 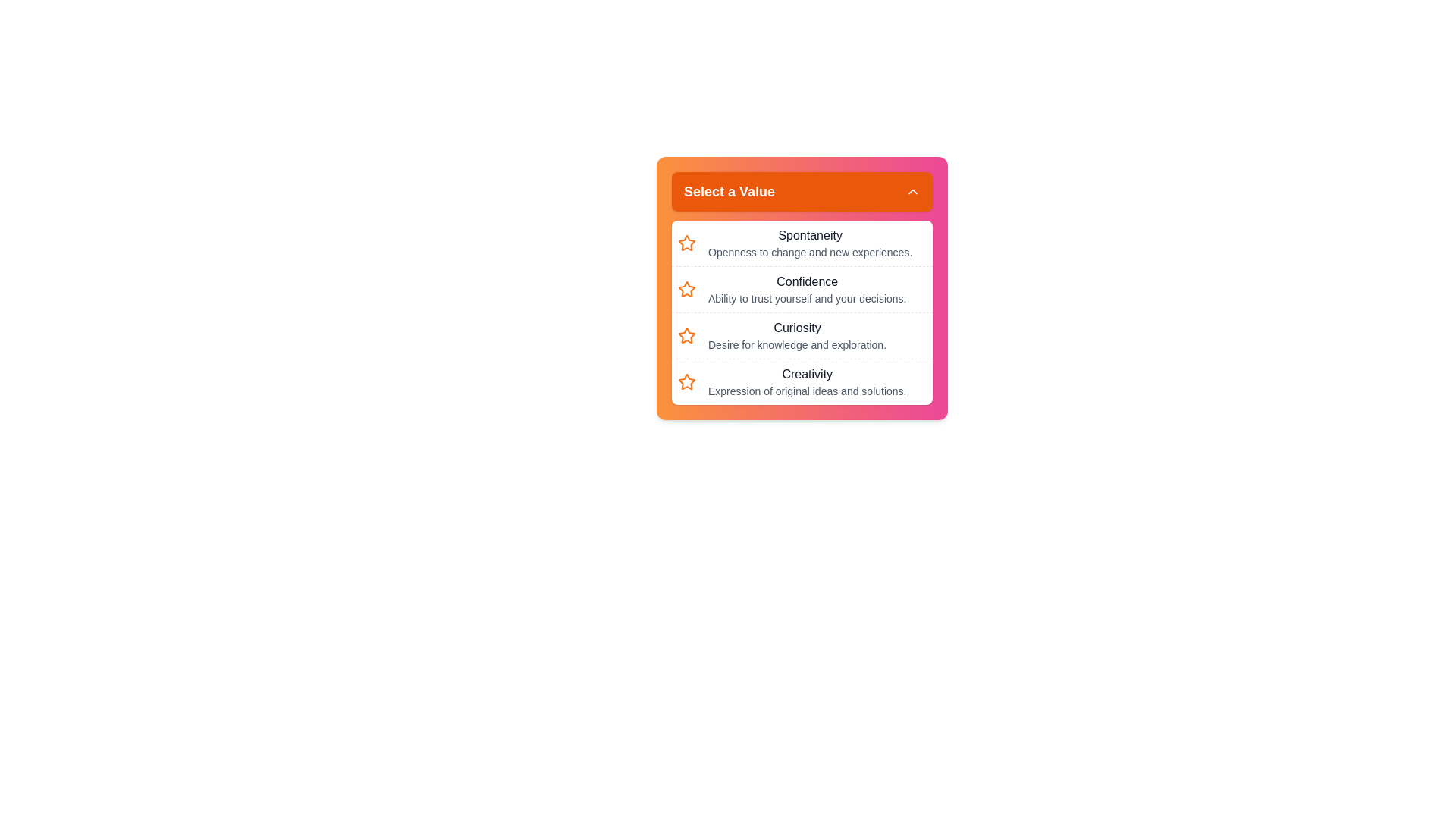 What do you see at coordinates (796, 345) in the screenshot?
I see `the static text label reading 'Desire for knowledge and exploration.' located under the bold title 'Curiosity' in the dropdown menu titled 'Select a Value'` at bounding box center [796, 345].